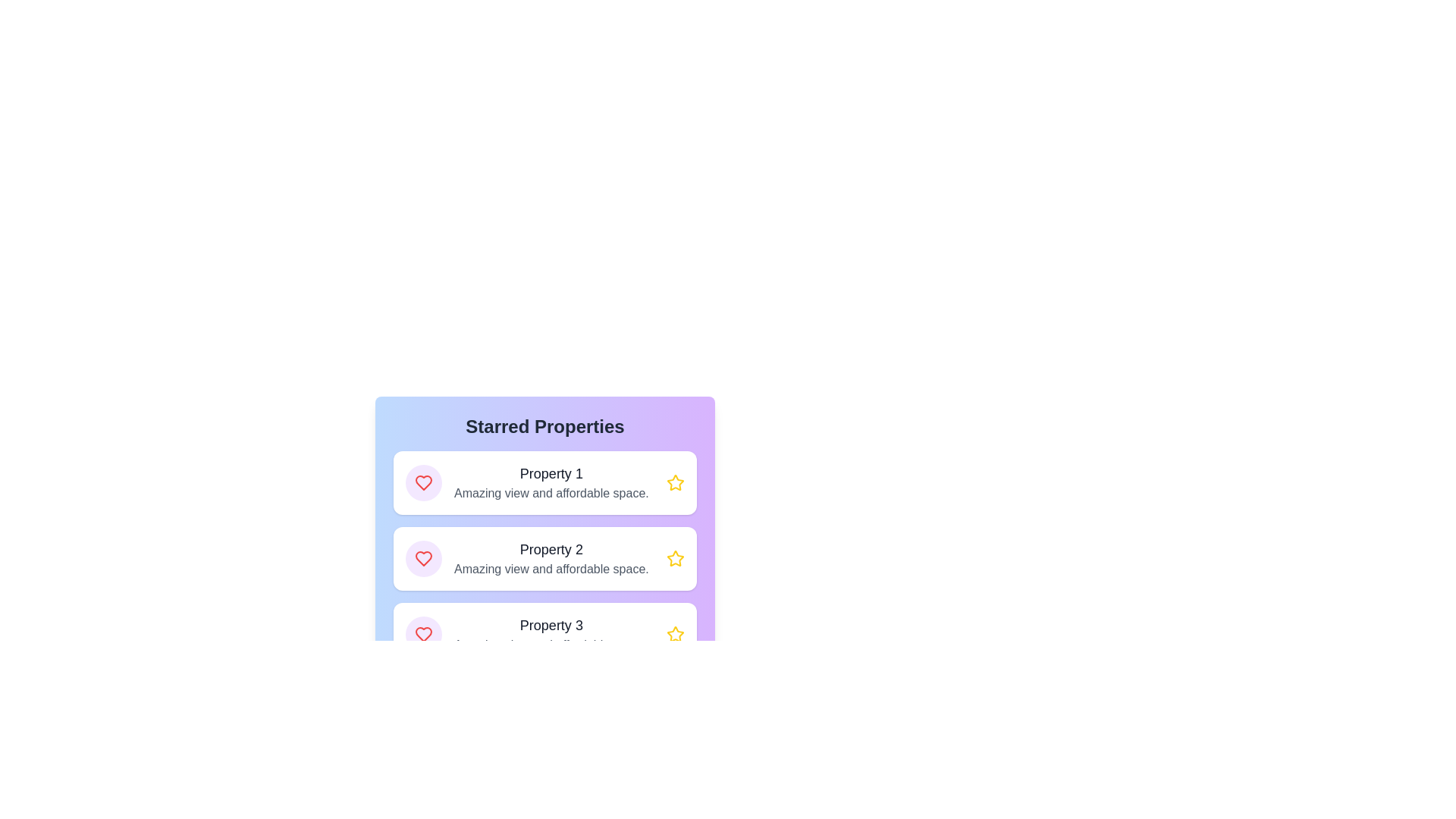  I want to click on the first list item titled 'Property 1' with the description 'Amazing view and affordable space,' which features a circular purple icon with a red heart, so click(527, 482).